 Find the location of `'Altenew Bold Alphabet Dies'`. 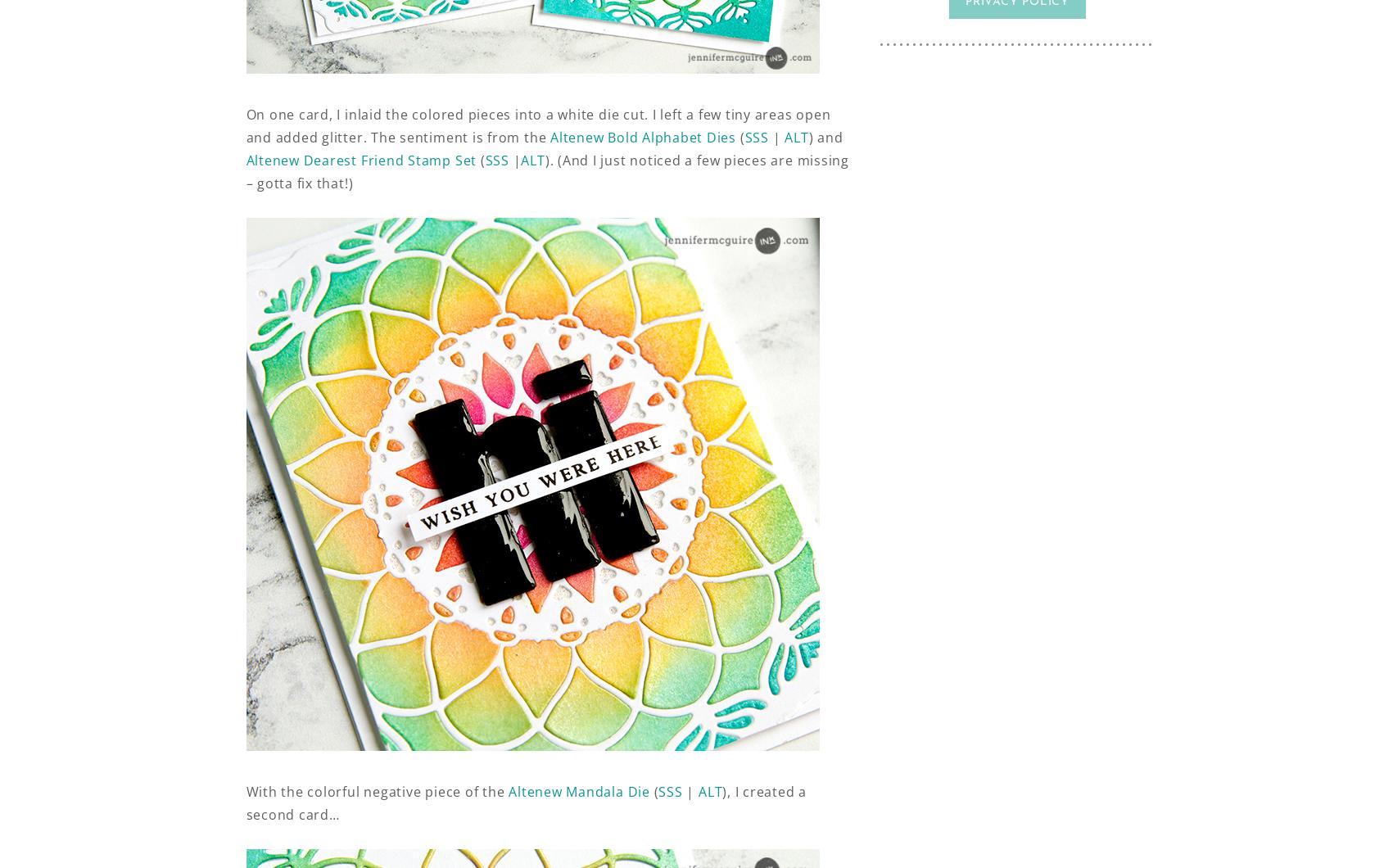

'Altenew Bold Alphabet Dies' is located at coordinates (643, 137).